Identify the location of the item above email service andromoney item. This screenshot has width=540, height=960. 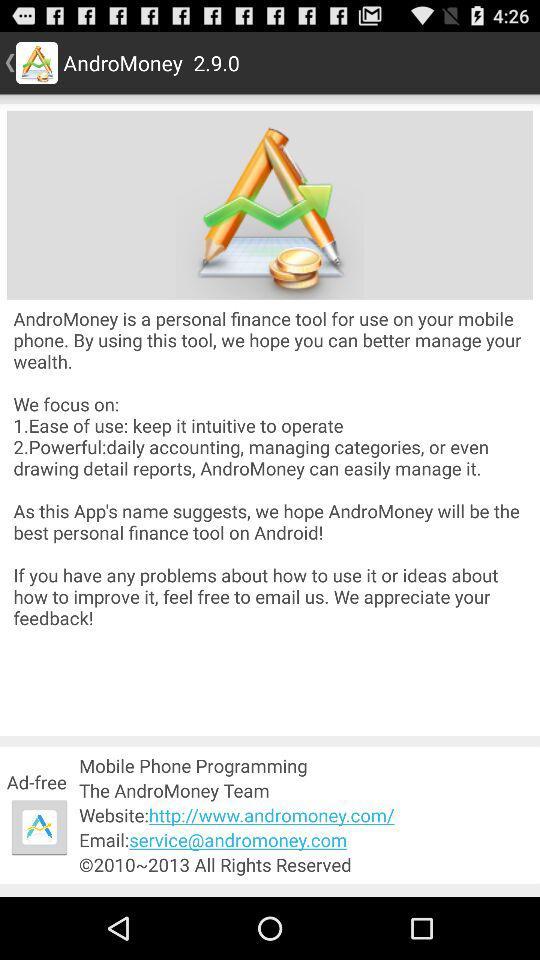
(306, 815).